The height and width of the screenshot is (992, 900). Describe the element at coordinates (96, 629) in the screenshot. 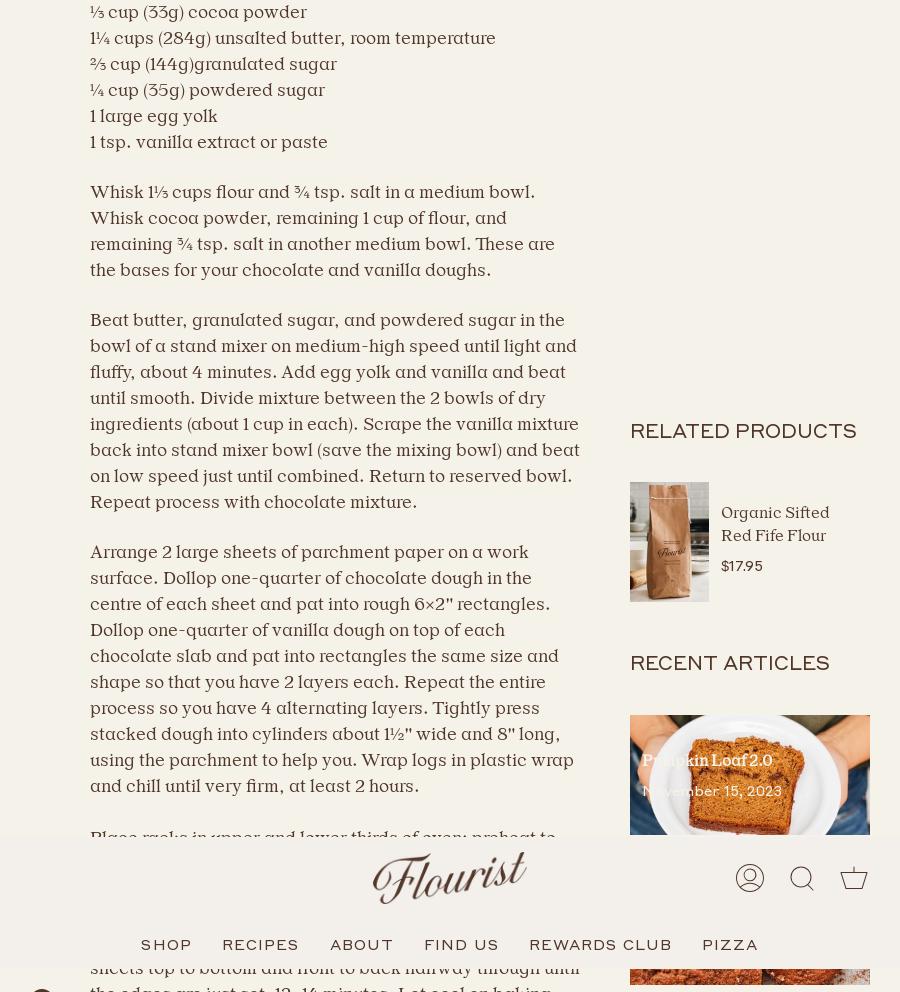

I see `'Privacy Policy'` at that location.